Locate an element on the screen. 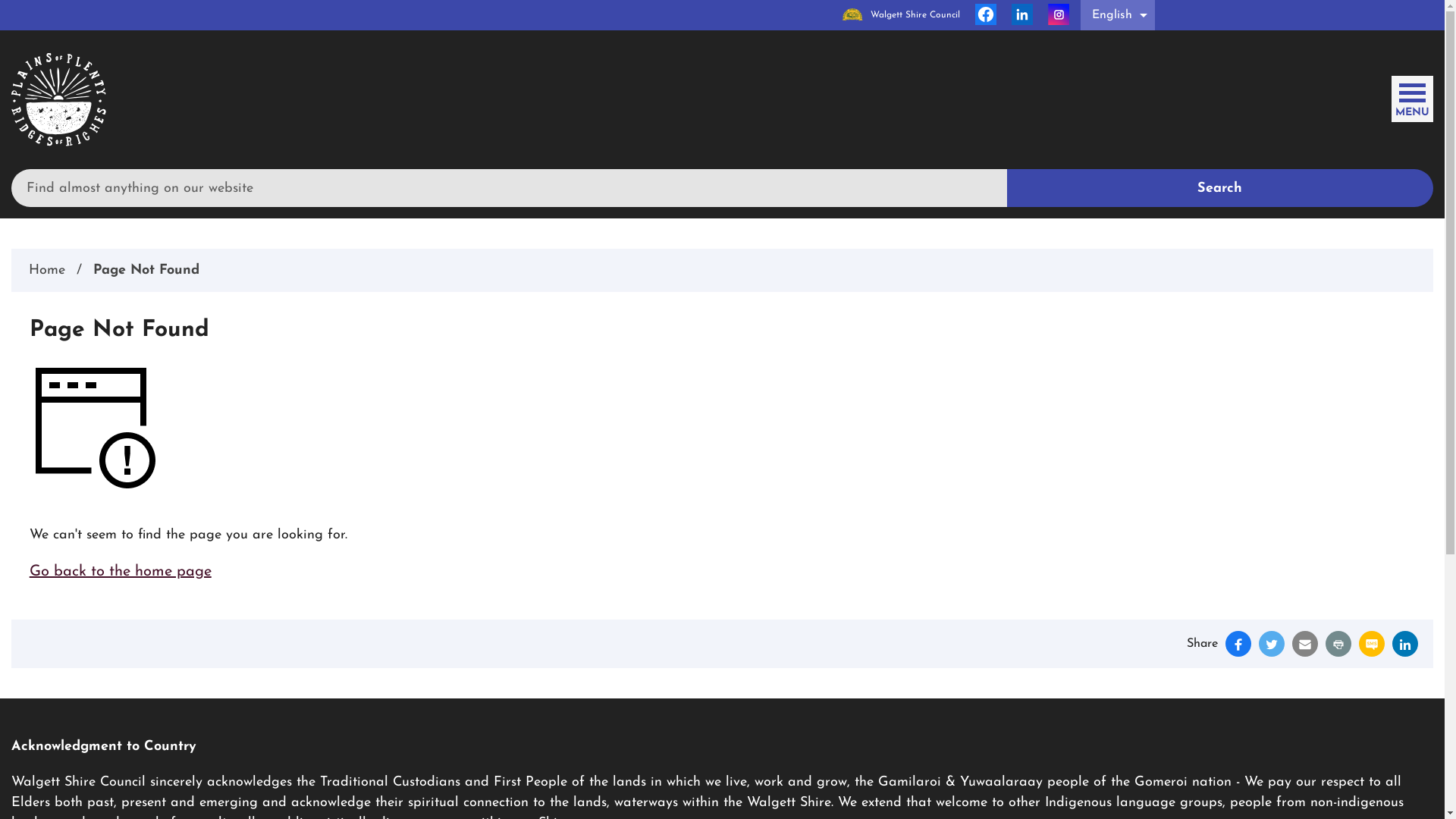 The height and width of the screenshot is (819, 1456). 'MENU' is located at coordinates (1411, 96).